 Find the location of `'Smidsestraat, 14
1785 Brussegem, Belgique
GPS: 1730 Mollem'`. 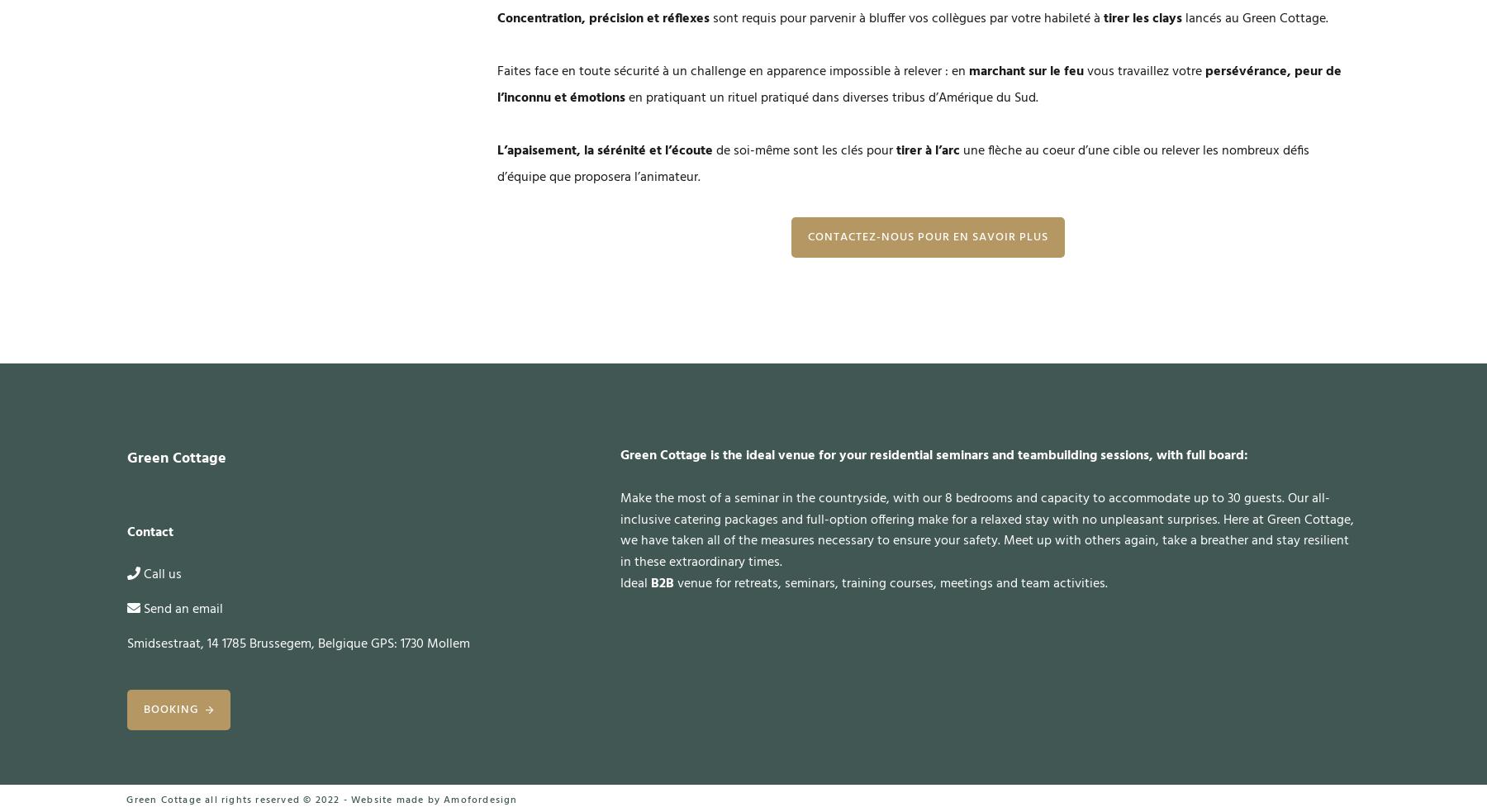

'Smidsestraat, 14
1785 Brussegem, Belgique
GPS: 1730 Mollem' is located at coordinates (298, 643).